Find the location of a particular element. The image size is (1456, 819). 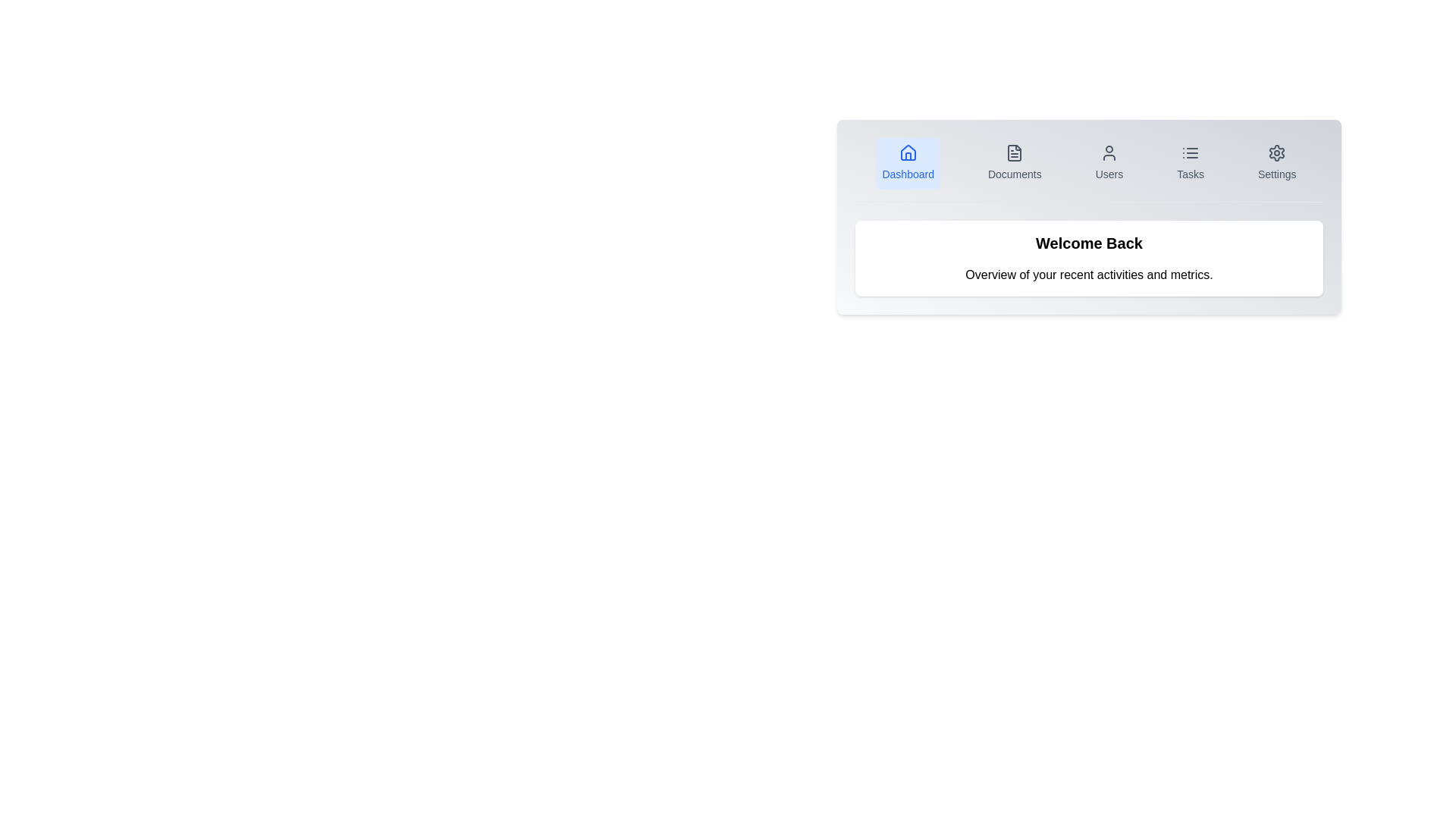

the Navigation Button, which features a user icon above a gray 'Users' label, located at the top of the interface between the 'Documents' and 'Tasks' elements is located at coordinates (1109, 164).